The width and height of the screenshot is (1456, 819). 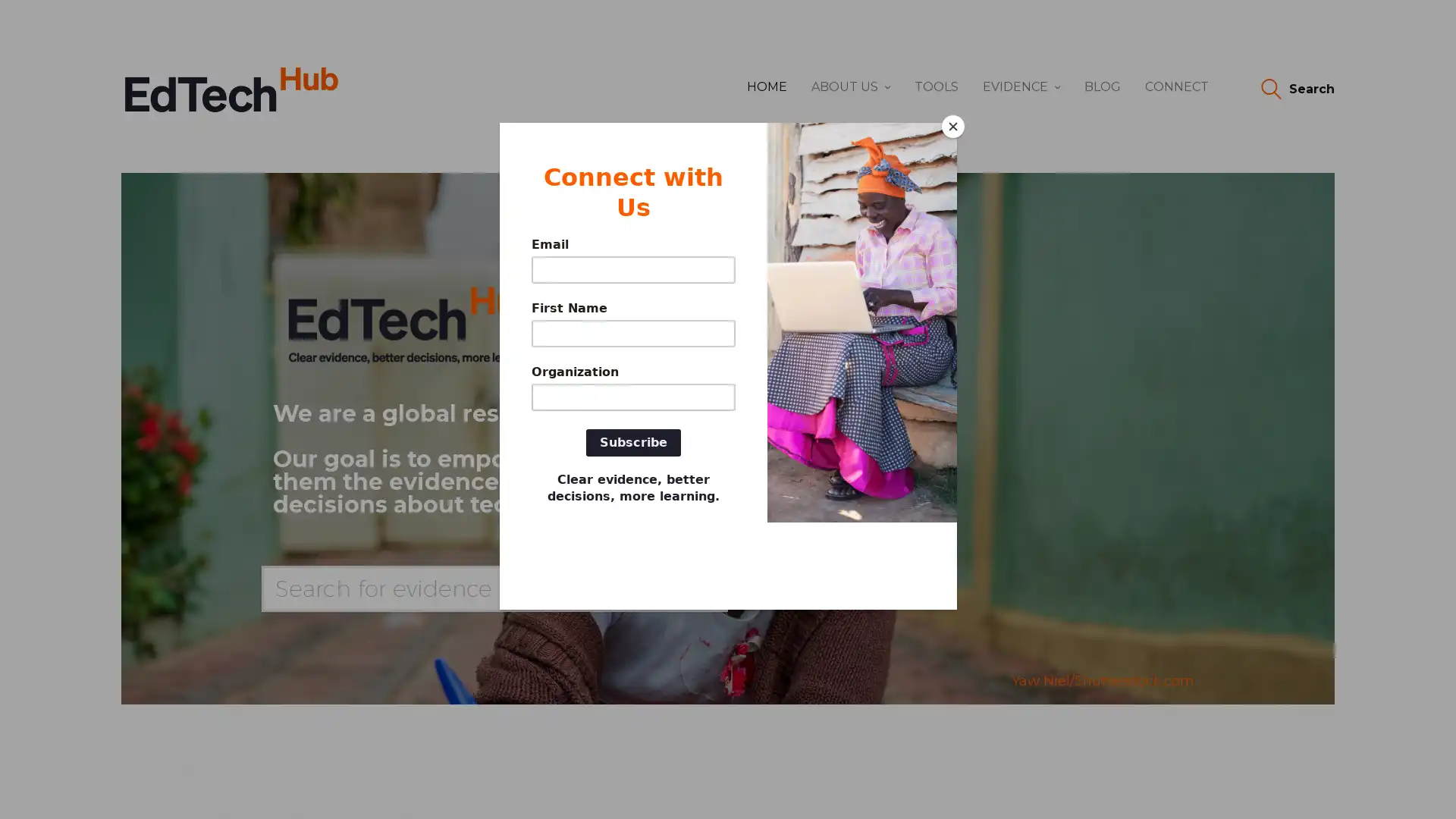 I want to click on Search, so click(x=1296, y=89).